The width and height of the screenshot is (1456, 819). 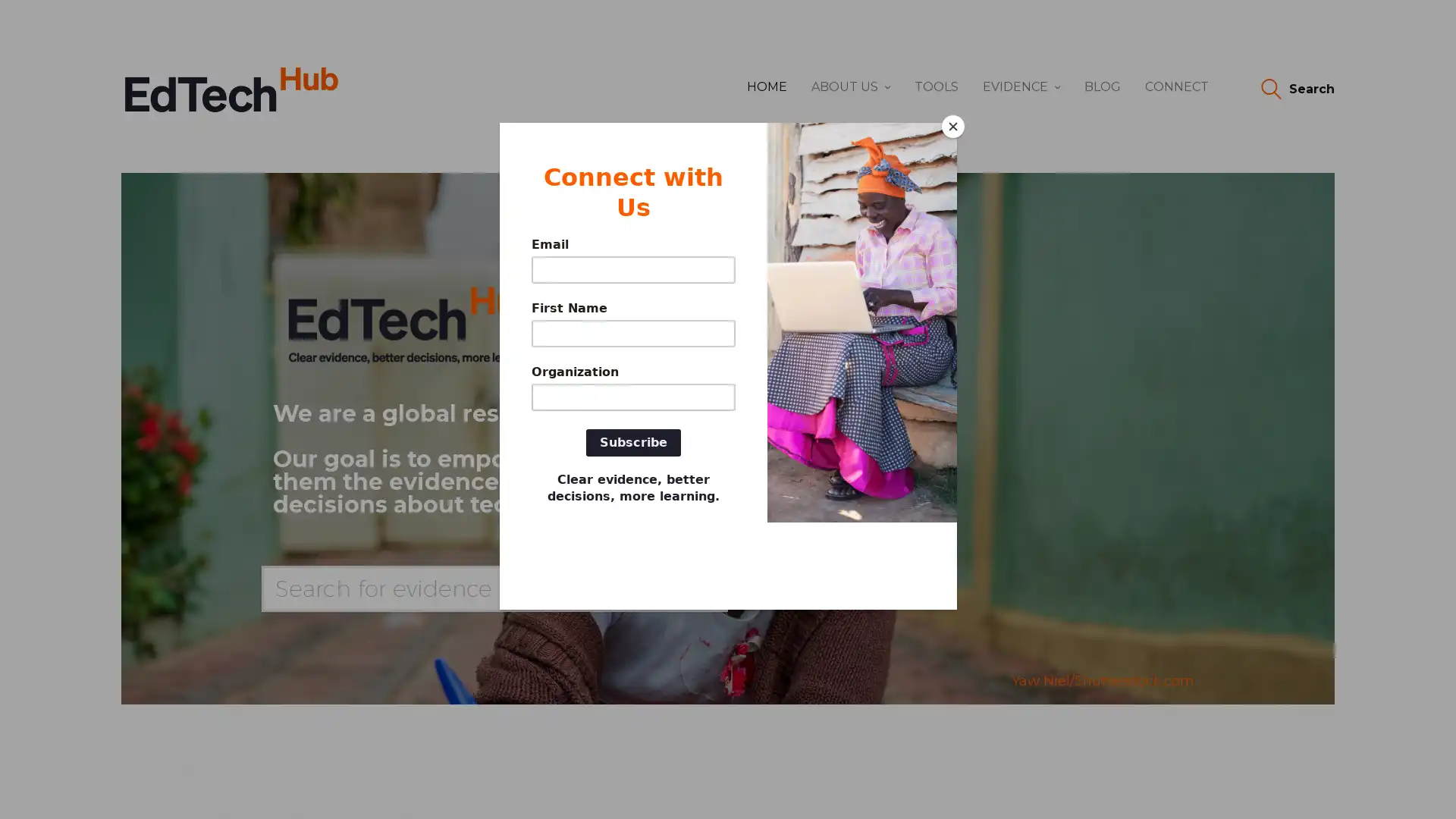 I want to click on Search, so click(x=1296, y=89).